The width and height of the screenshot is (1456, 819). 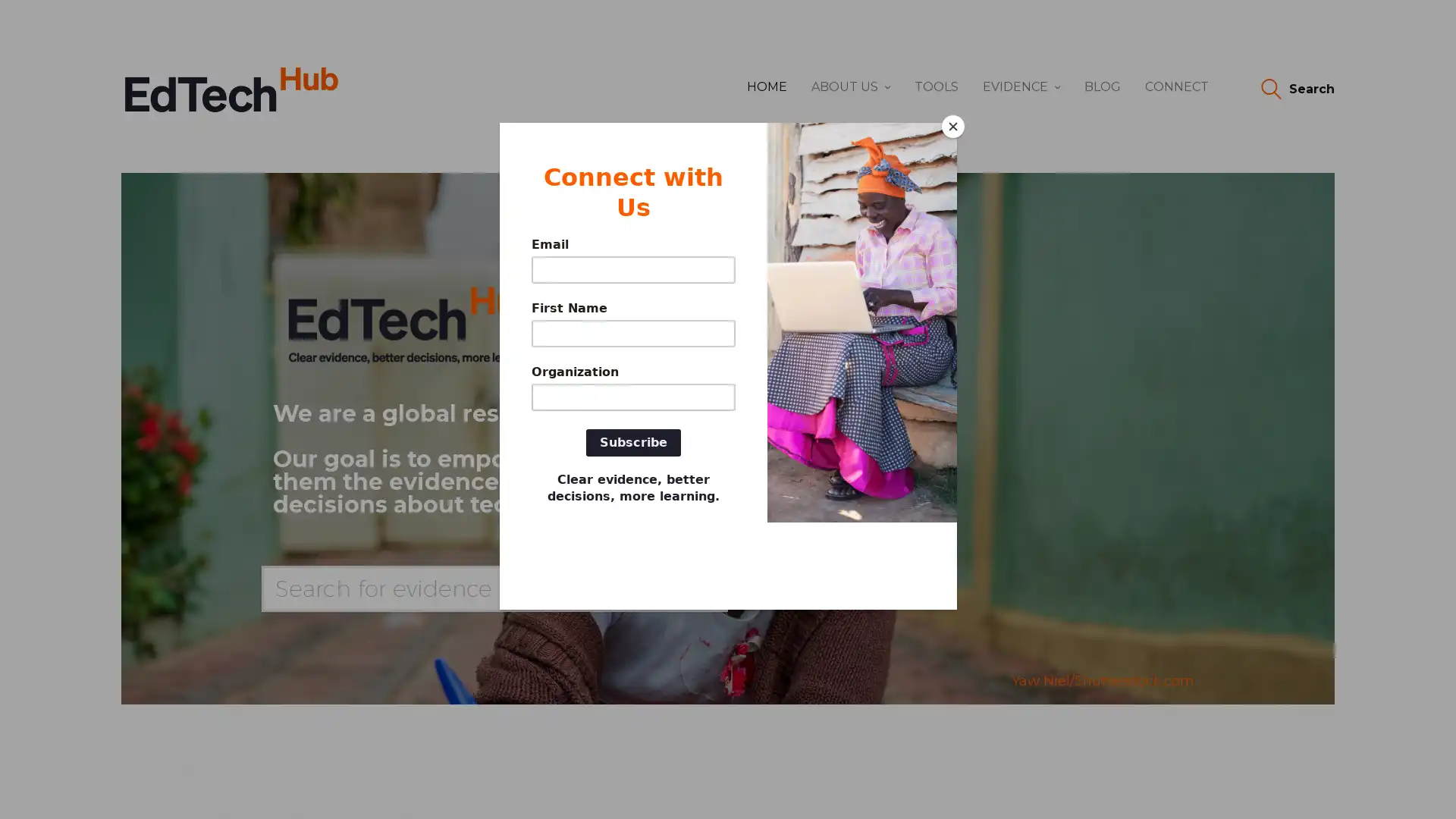 I want to click on Search, so click(x=1296, y=89).